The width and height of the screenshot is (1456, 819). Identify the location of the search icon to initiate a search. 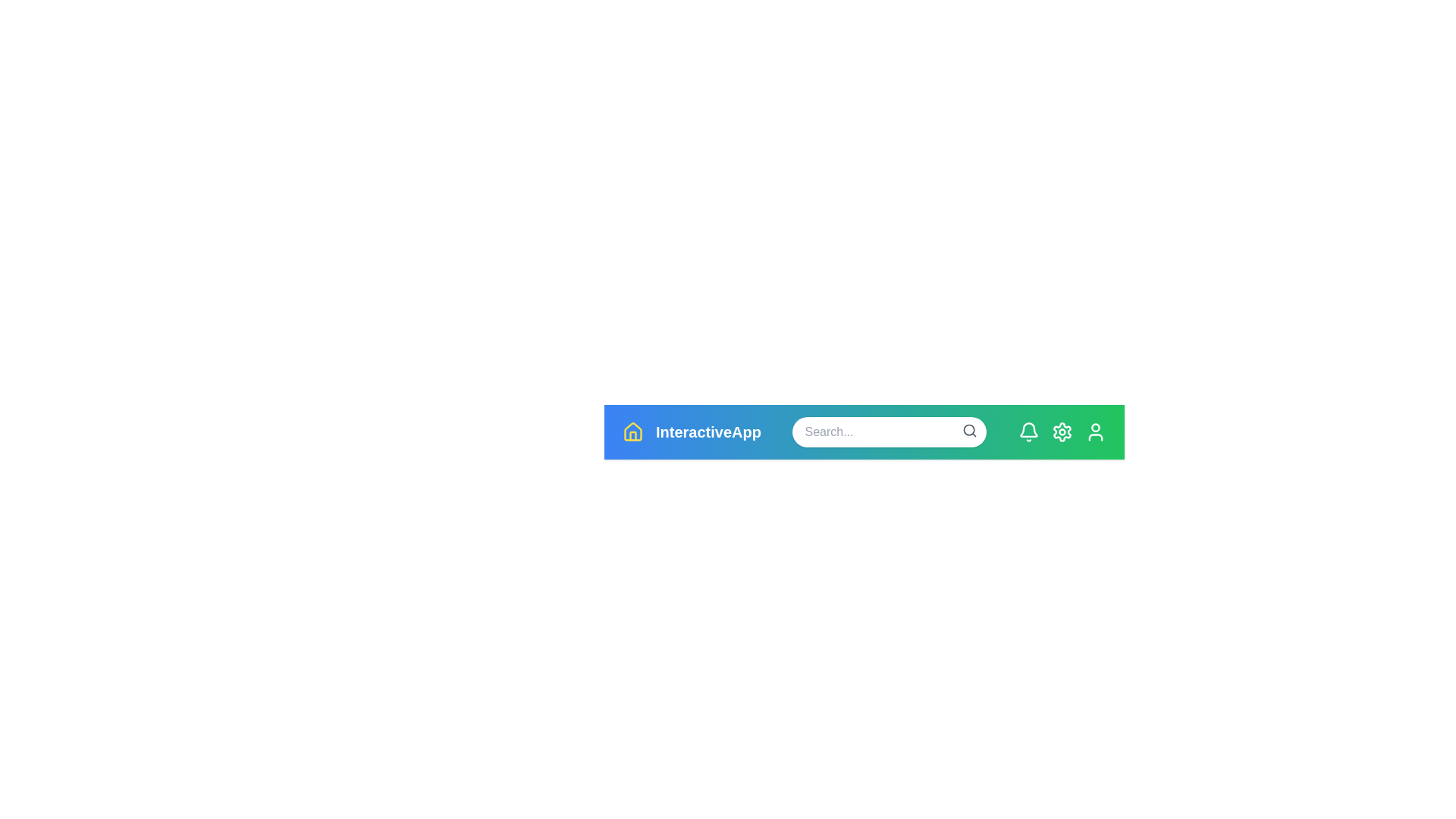
(968, 430).